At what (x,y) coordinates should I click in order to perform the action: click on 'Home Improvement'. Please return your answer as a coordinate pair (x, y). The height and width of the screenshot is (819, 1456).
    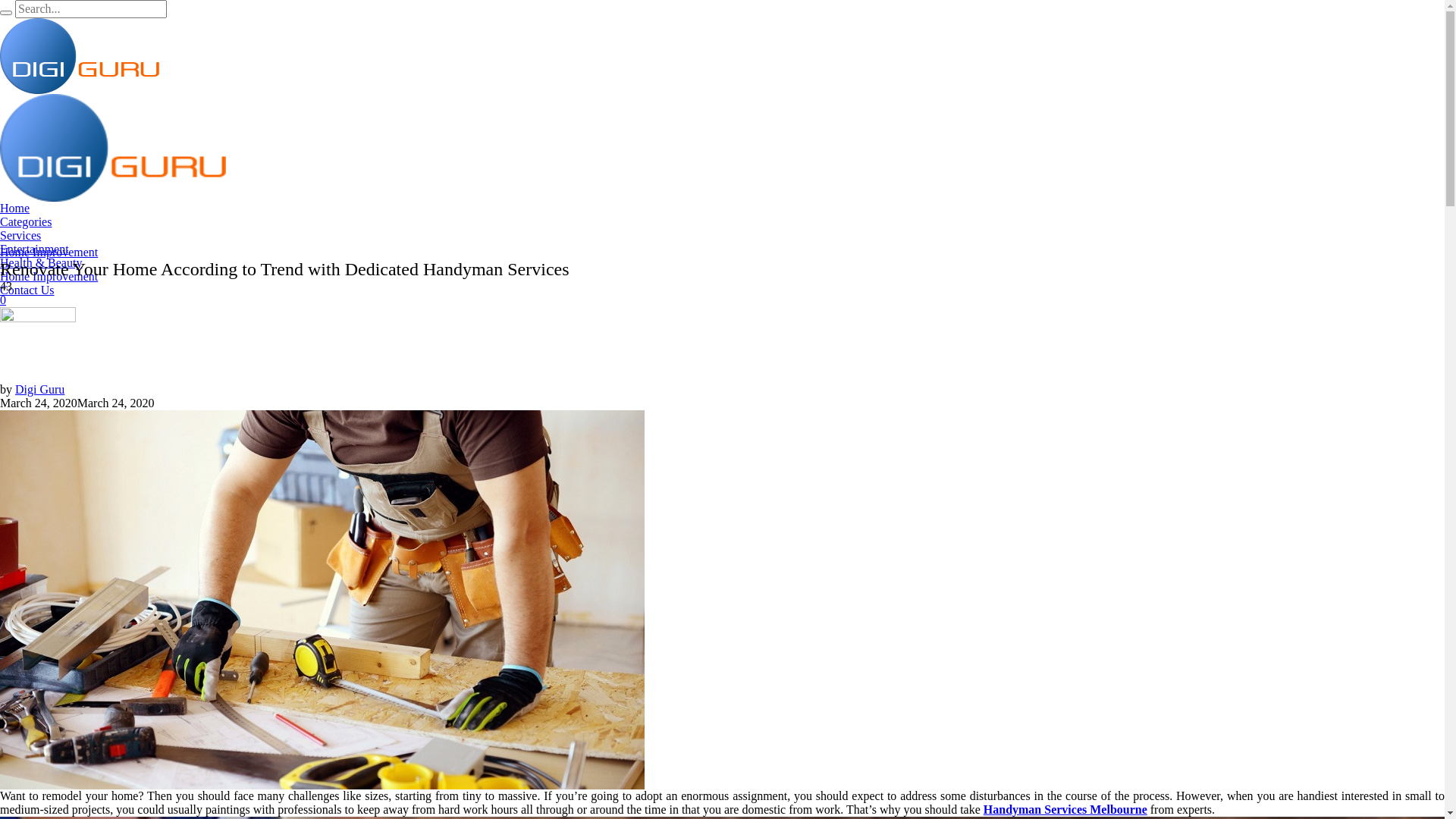
    Looking at the image, I should click on (49, 276).